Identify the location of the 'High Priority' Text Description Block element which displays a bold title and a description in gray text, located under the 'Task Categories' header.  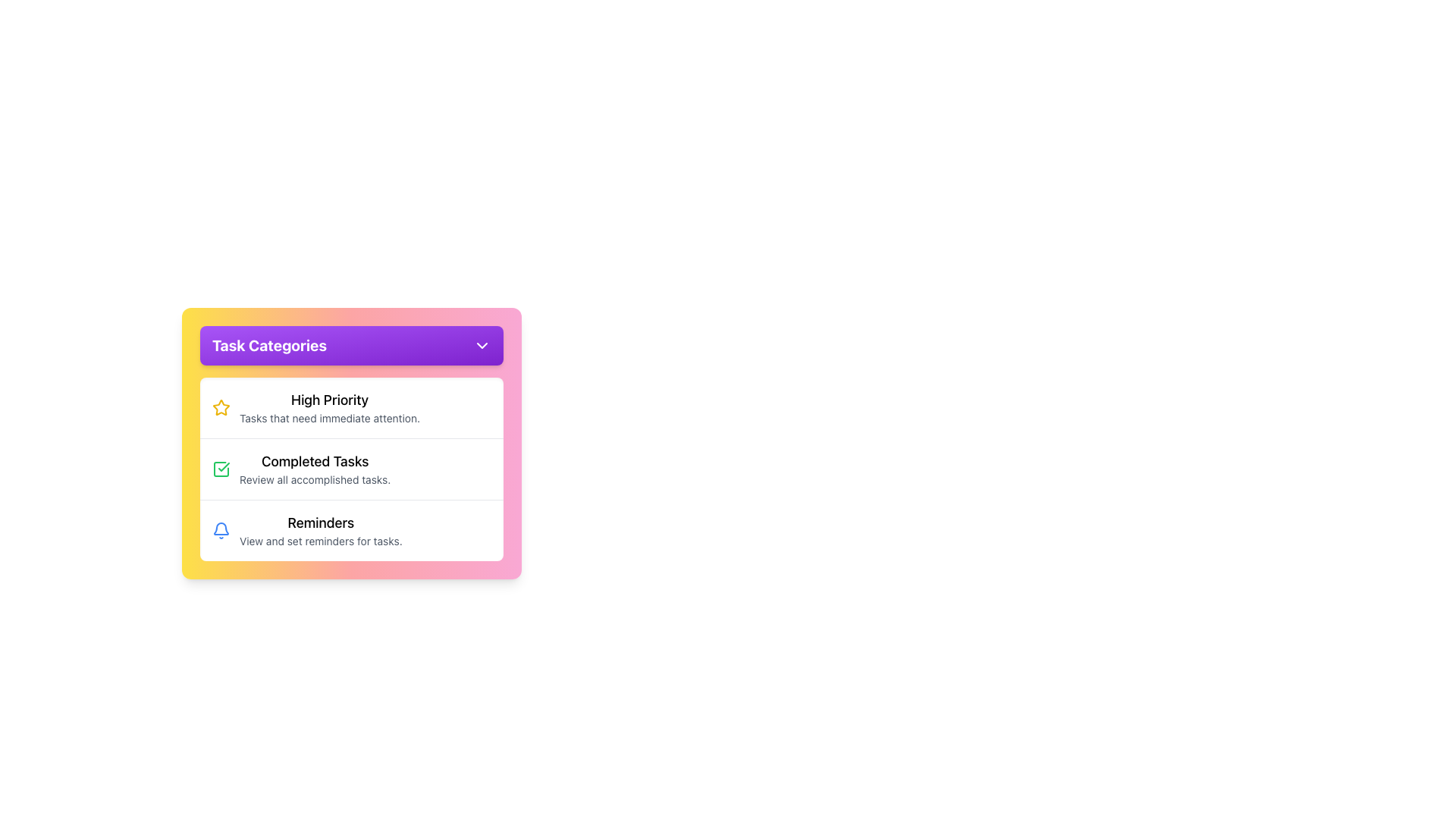
(329, 406).